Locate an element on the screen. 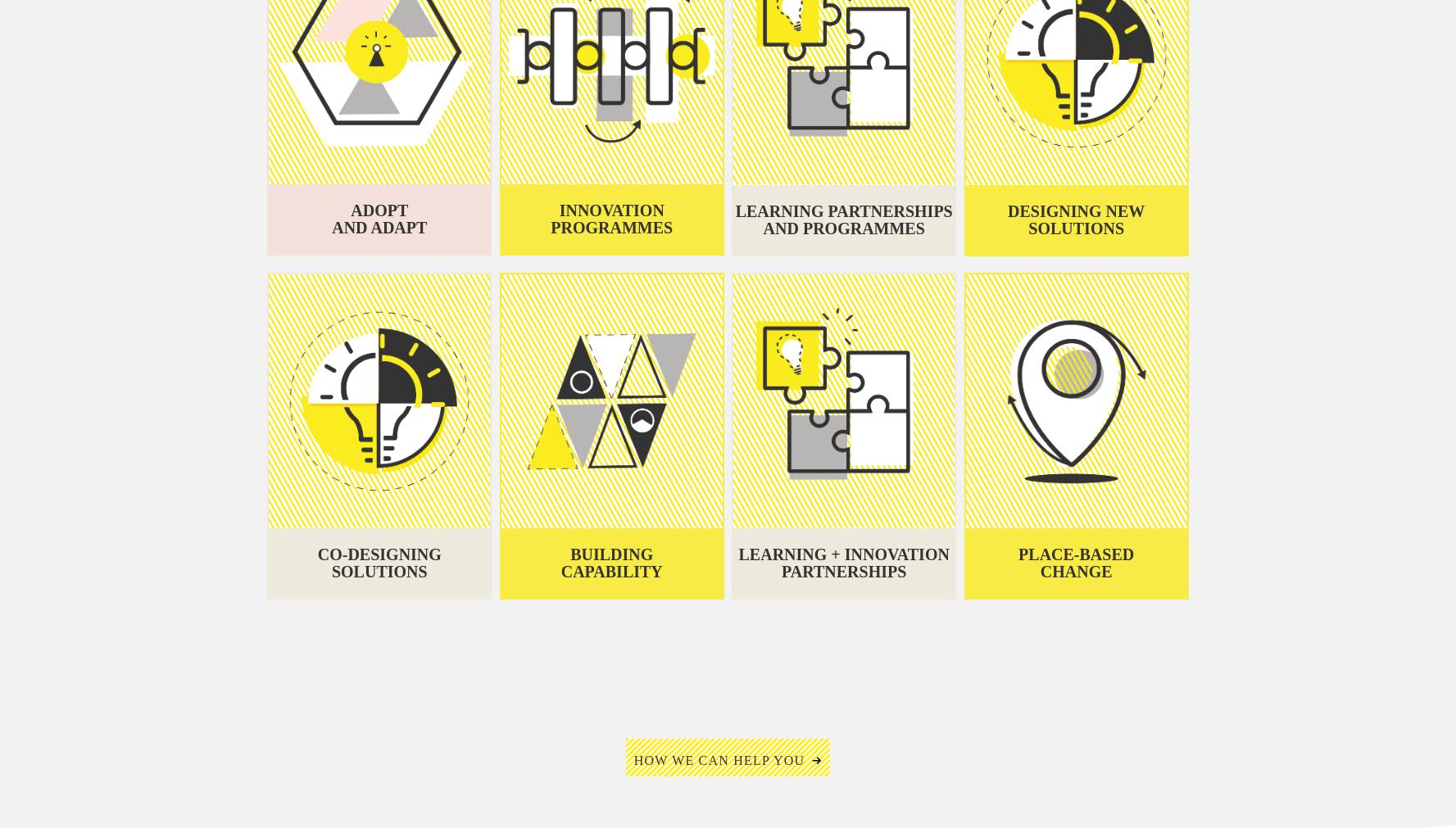 The width and height of the screenshot is (1456, 828). 'Adopt' is located at coordinates (379, 210).